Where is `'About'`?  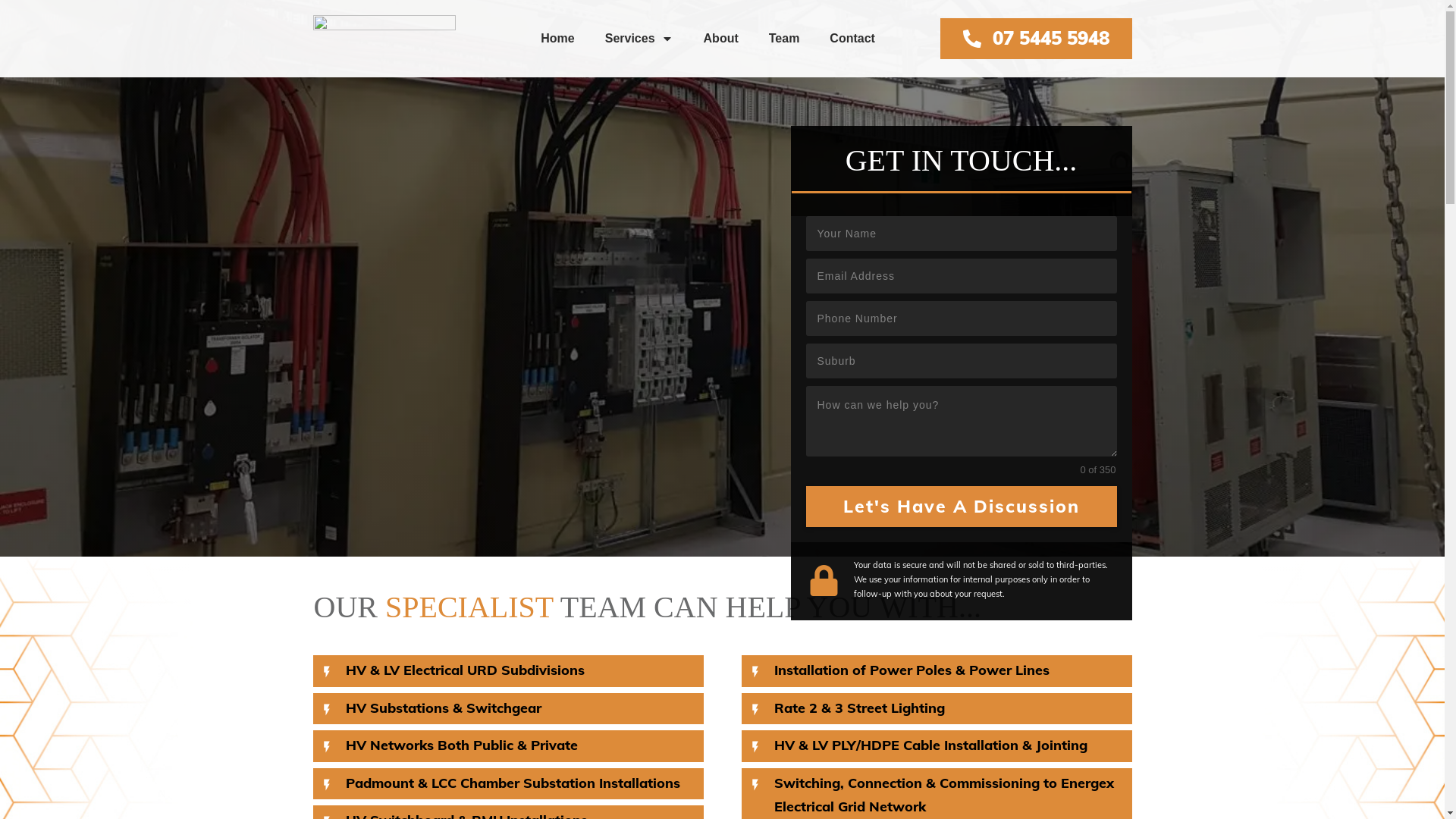
'About' is located at coordinates (720, 37).